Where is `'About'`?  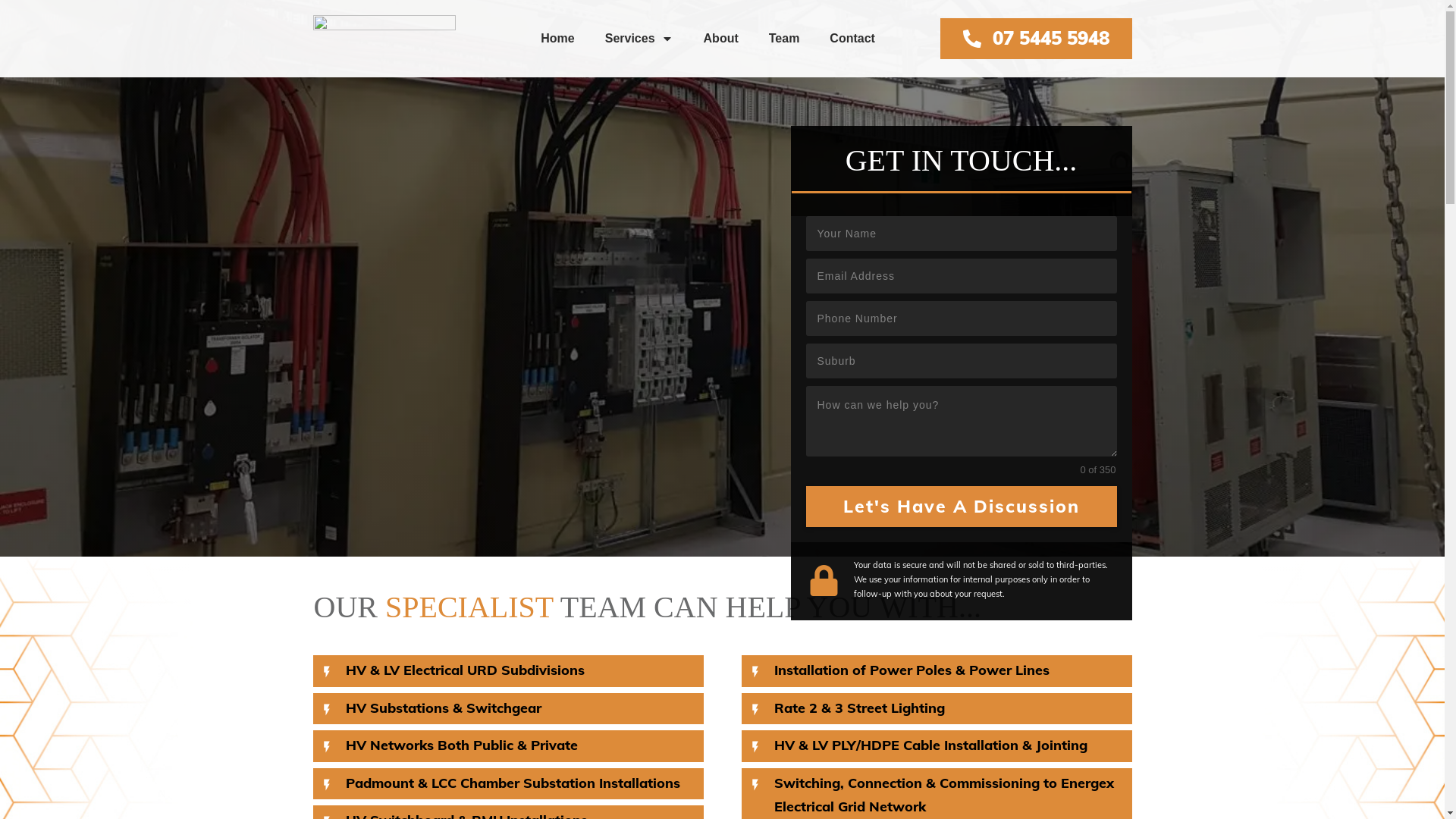
'About' is located at coordinates (720, 37).